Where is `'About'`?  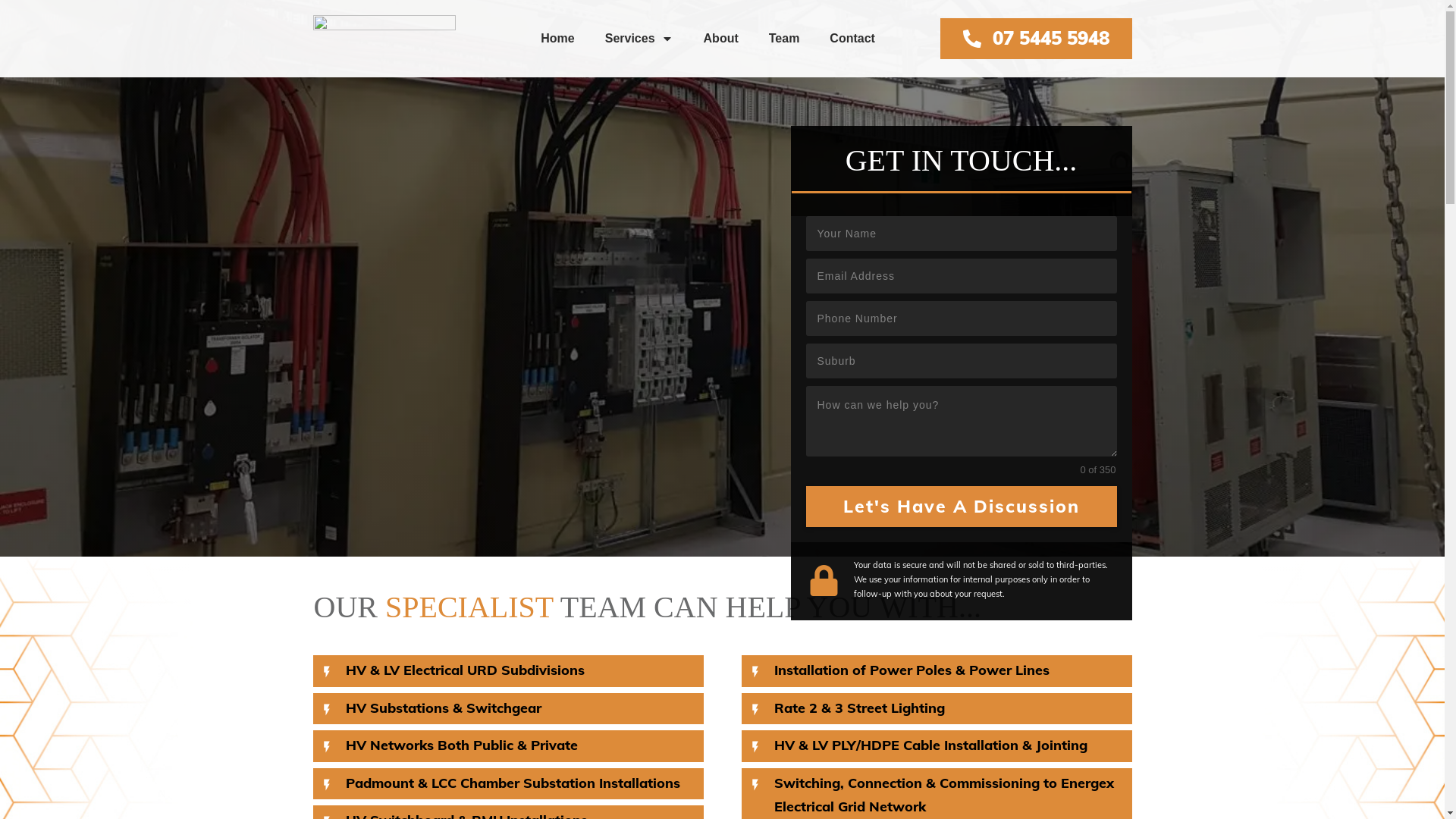
'About' is located at coordinates (720, 37).